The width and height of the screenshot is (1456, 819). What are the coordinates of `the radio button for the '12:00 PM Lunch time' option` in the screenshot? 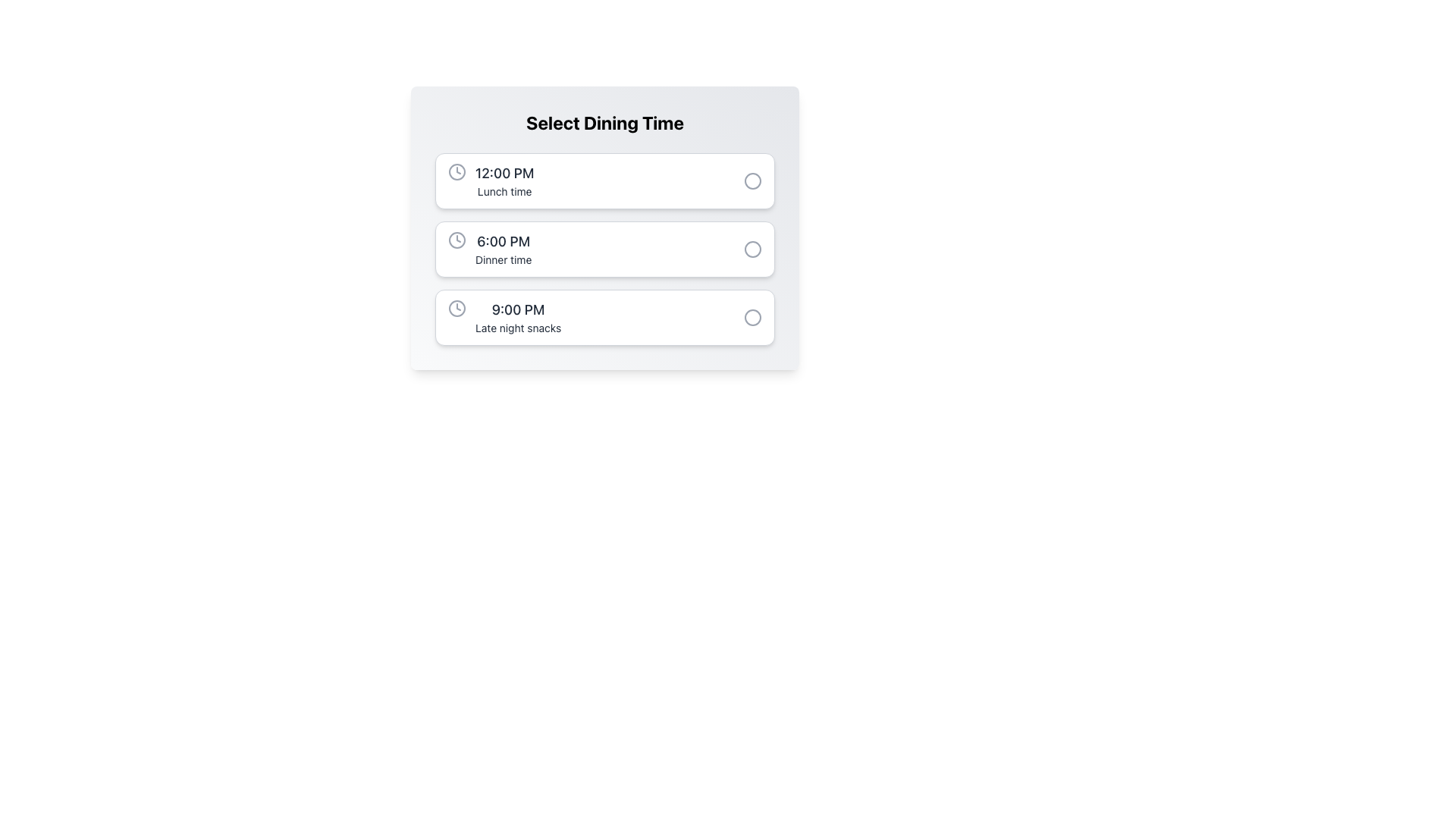 It's located at (753, 180).